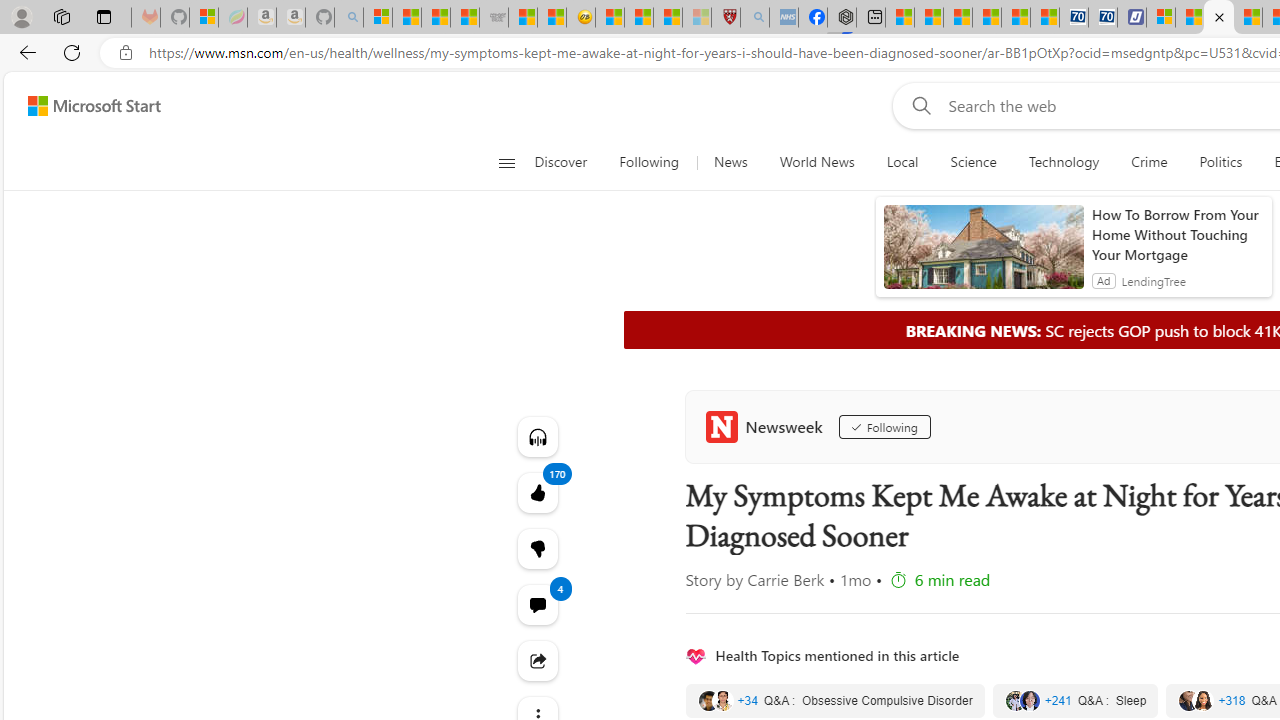  I want to click on 'Open navigation menu', so click(506, 162).